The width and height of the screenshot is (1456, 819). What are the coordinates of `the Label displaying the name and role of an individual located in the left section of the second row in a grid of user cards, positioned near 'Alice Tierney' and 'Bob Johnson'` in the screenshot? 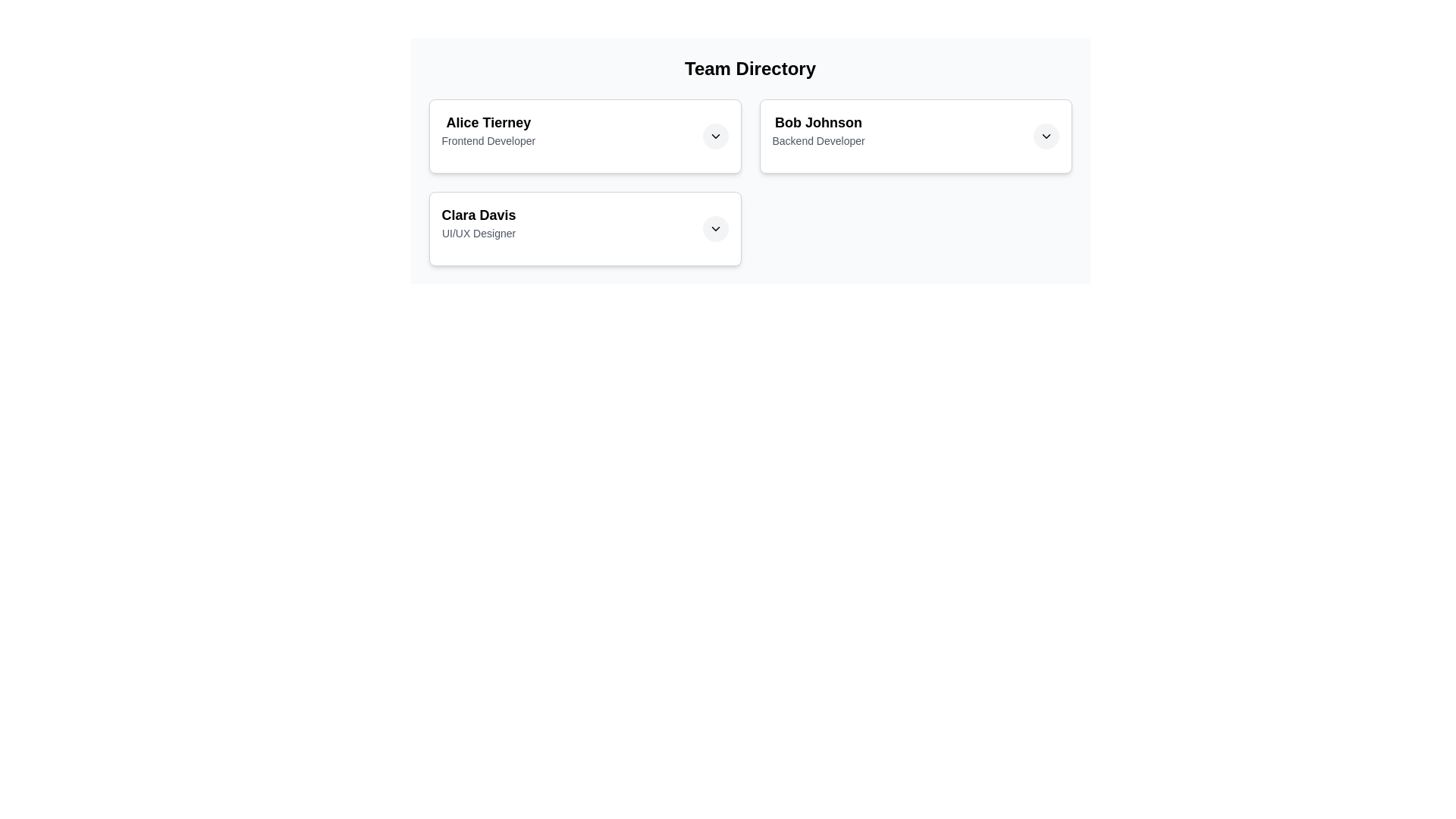 It's located at (478, 228).